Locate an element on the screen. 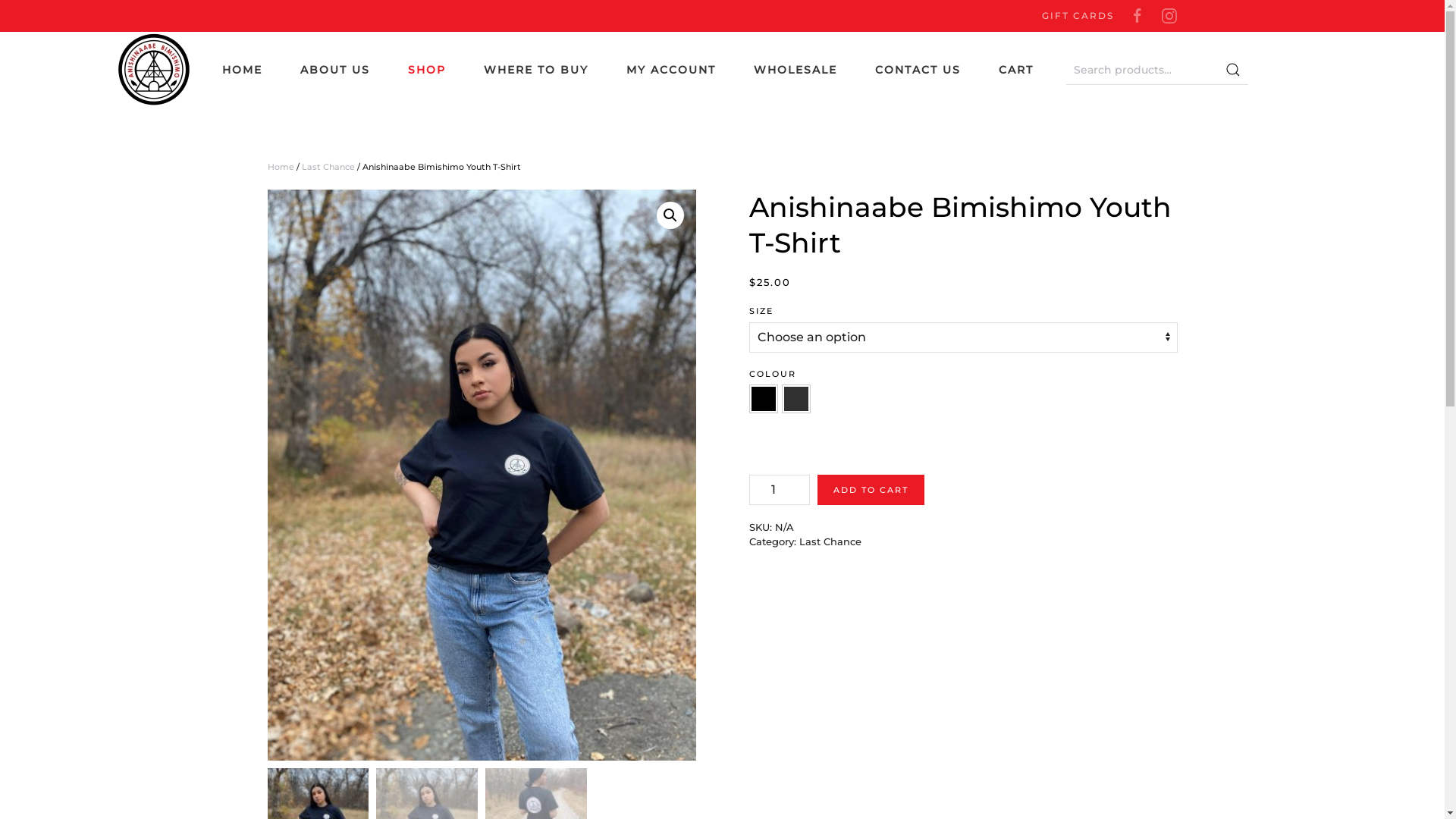  'Charcoal' is located at coordinates (795, 397).